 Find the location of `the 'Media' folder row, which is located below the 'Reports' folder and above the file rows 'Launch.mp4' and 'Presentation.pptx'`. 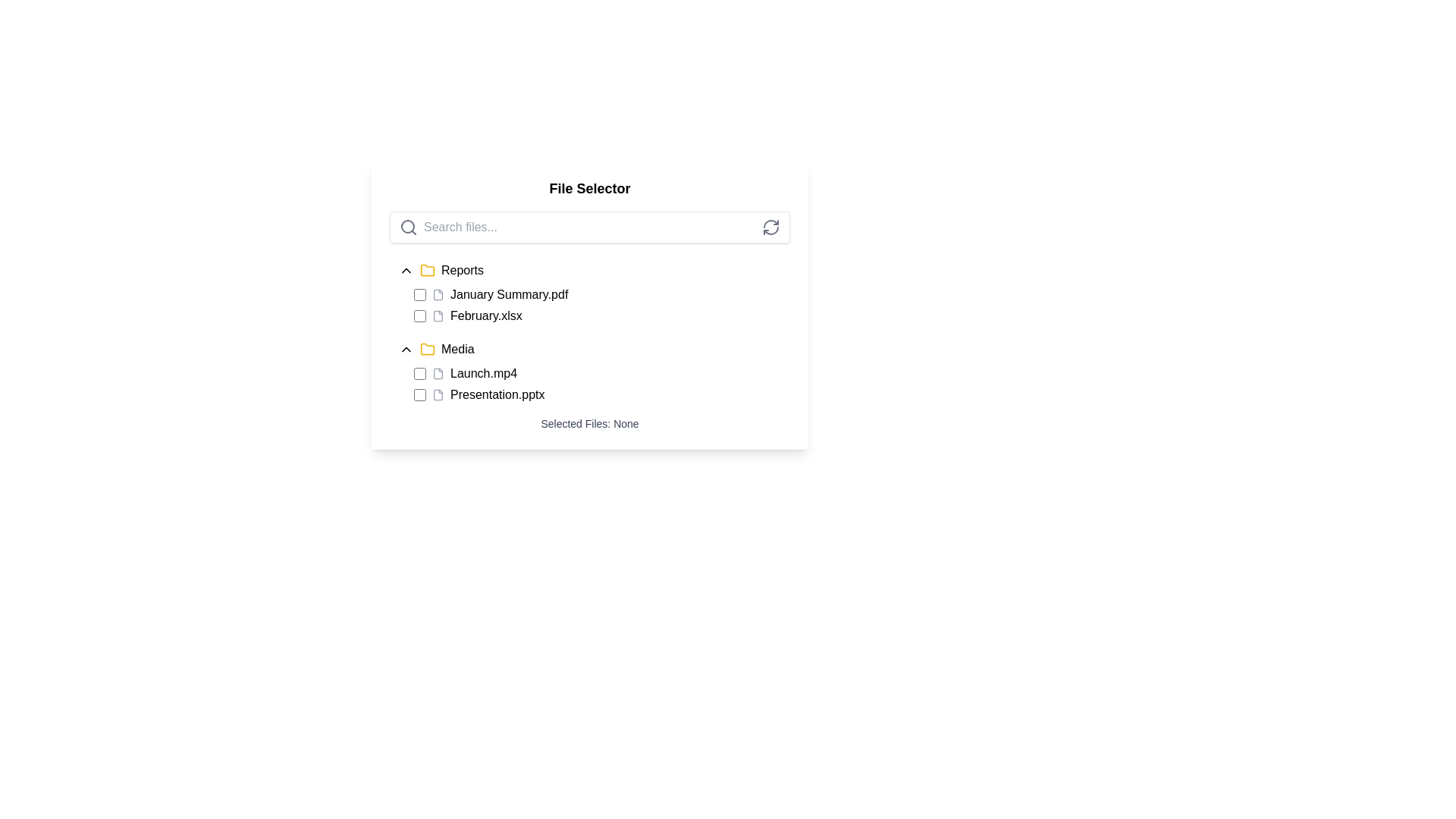

the 'Media' folder row, which is located below the 'Reports' folder and above the file rows 'Launch.mp4' and 'Presentation.pptx' is located at coordinates (588, 350).